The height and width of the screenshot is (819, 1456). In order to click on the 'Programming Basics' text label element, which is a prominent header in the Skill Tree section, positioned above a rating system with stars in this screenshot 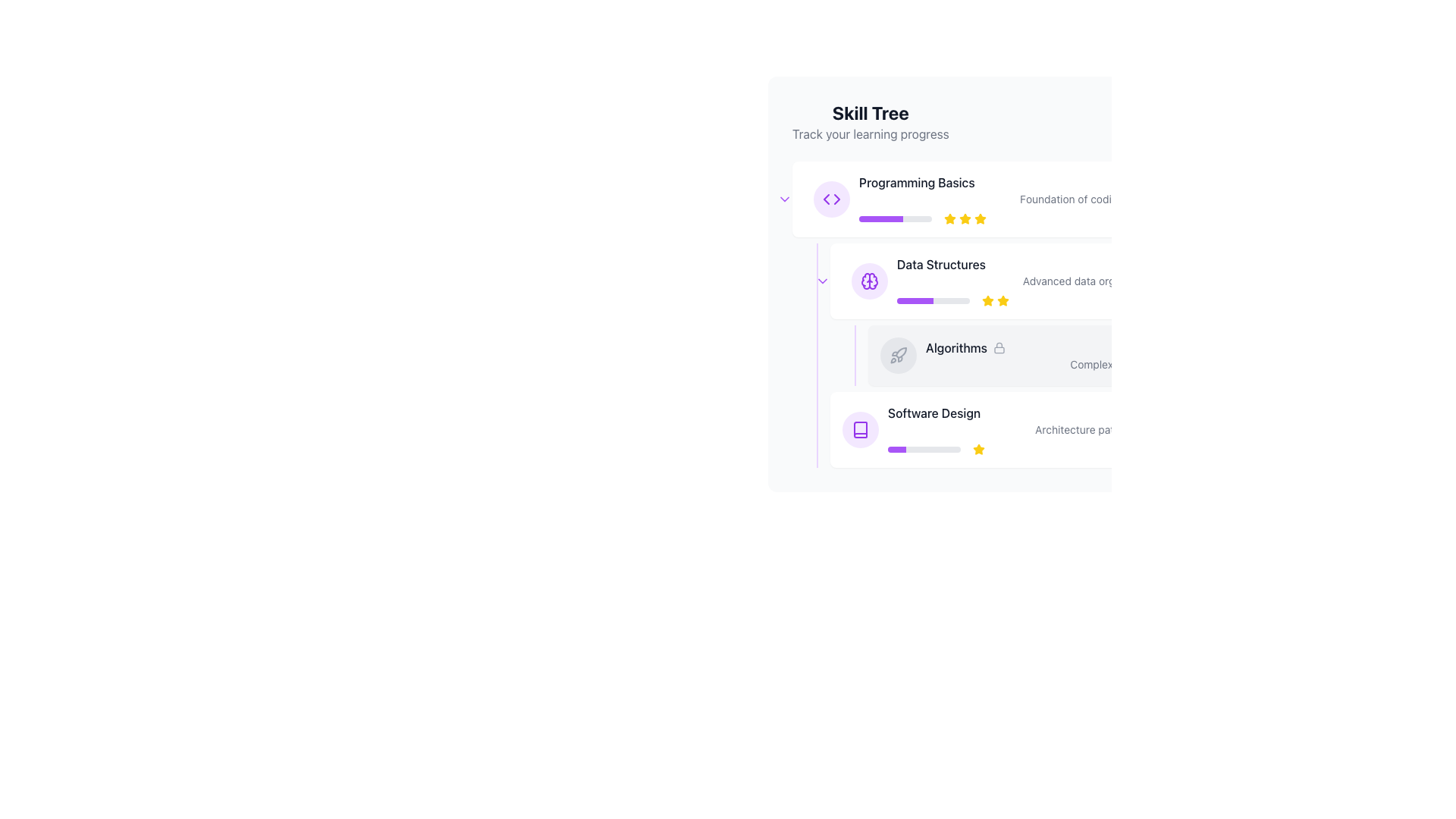, I will do `click(916, 181)`.